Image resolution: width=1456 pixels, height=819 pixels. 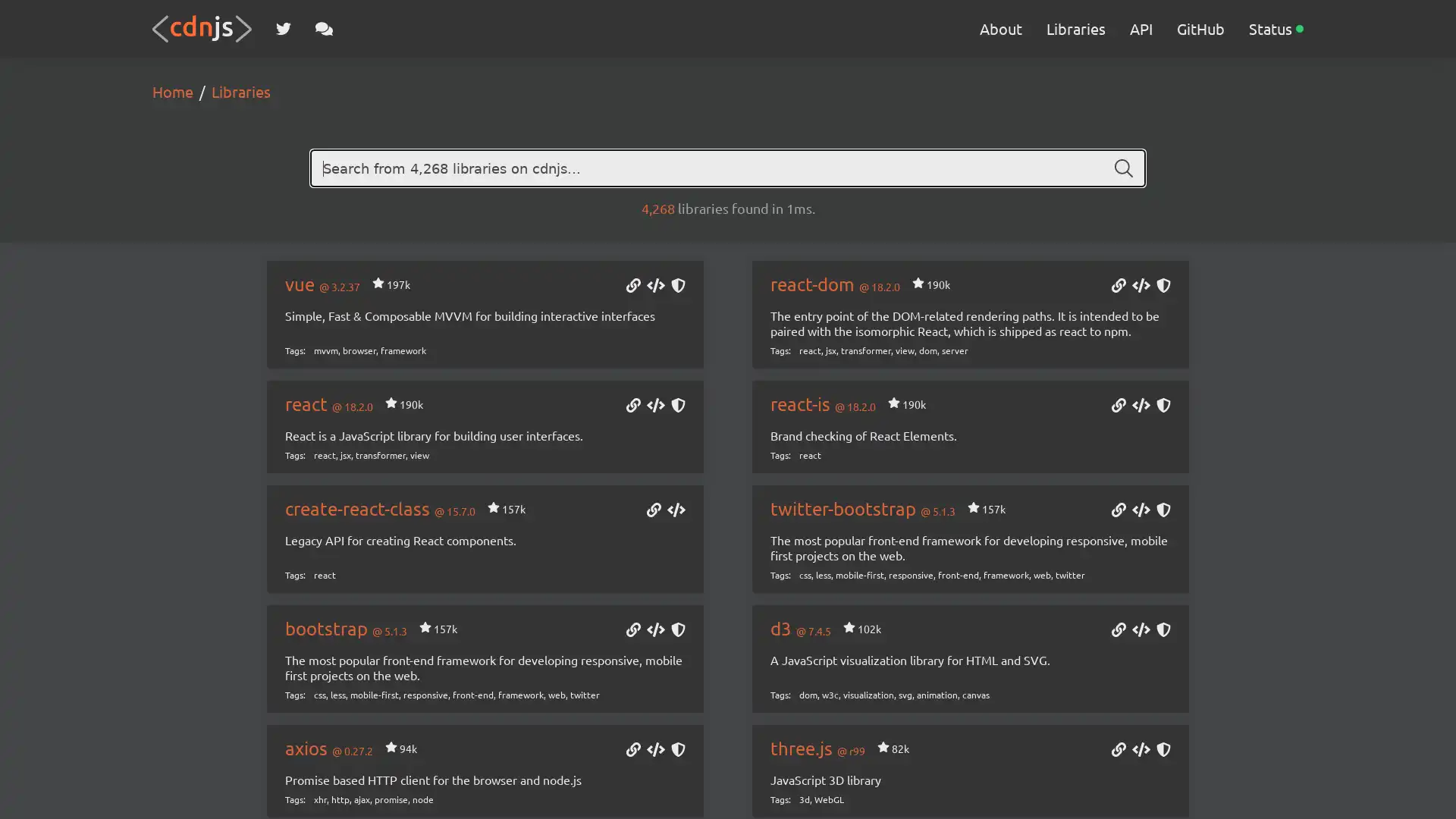 I want to click on Copy URL, so click(x=654, y=511).